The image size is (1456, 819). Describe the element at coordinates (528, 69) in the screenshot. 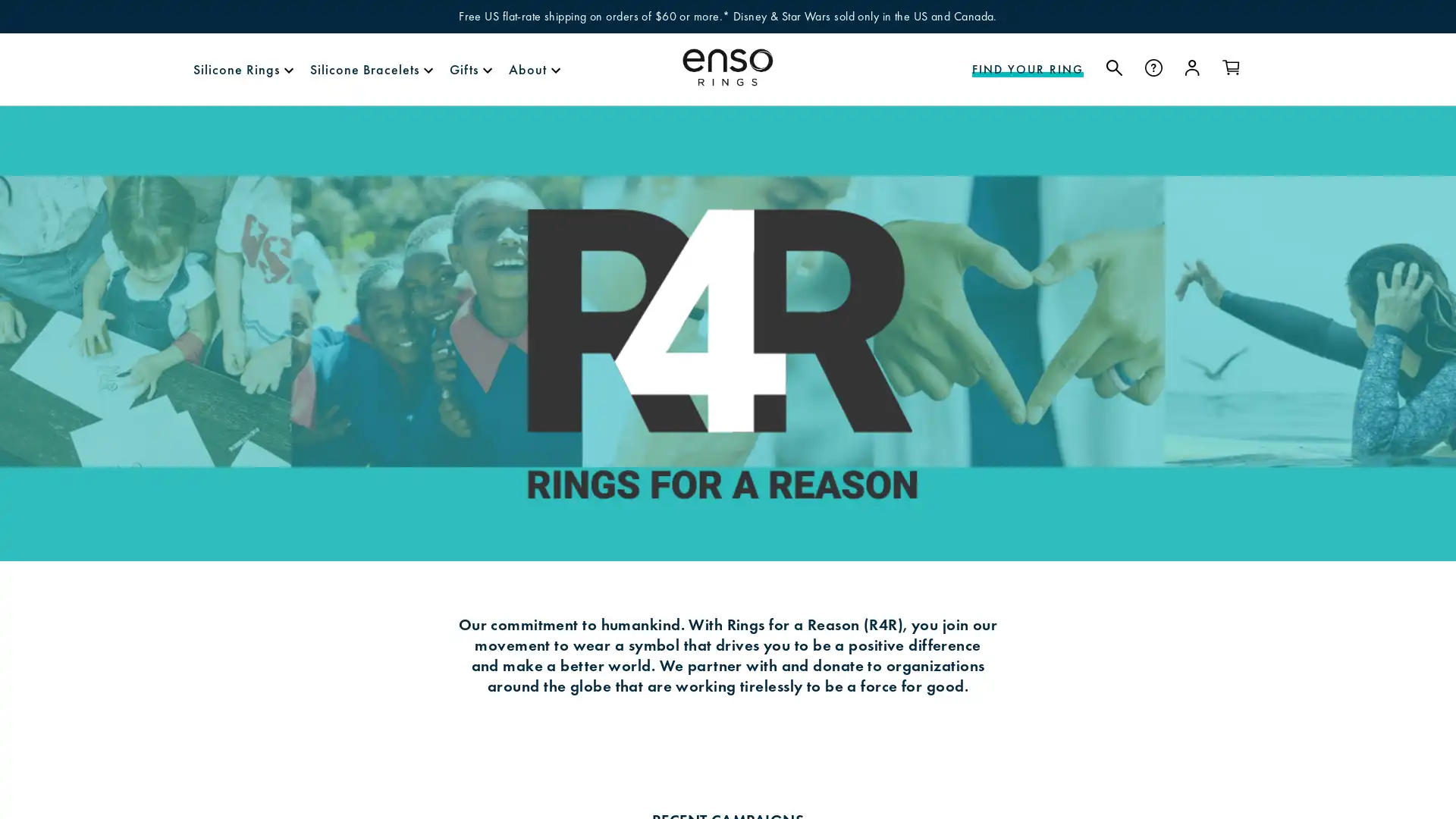

I see `About` at that location.